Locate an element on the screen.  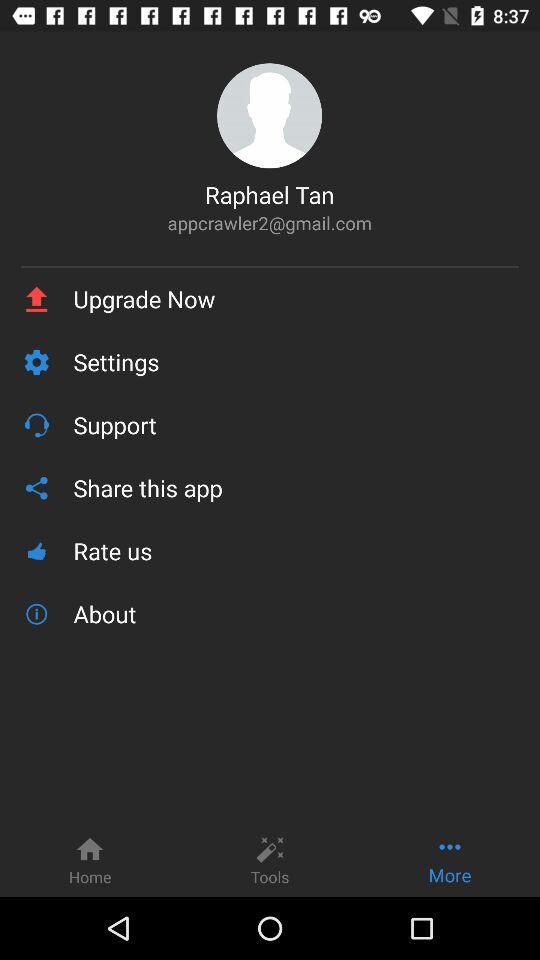
appcrawler2@gmail.com is located at coordinates (269, 223).